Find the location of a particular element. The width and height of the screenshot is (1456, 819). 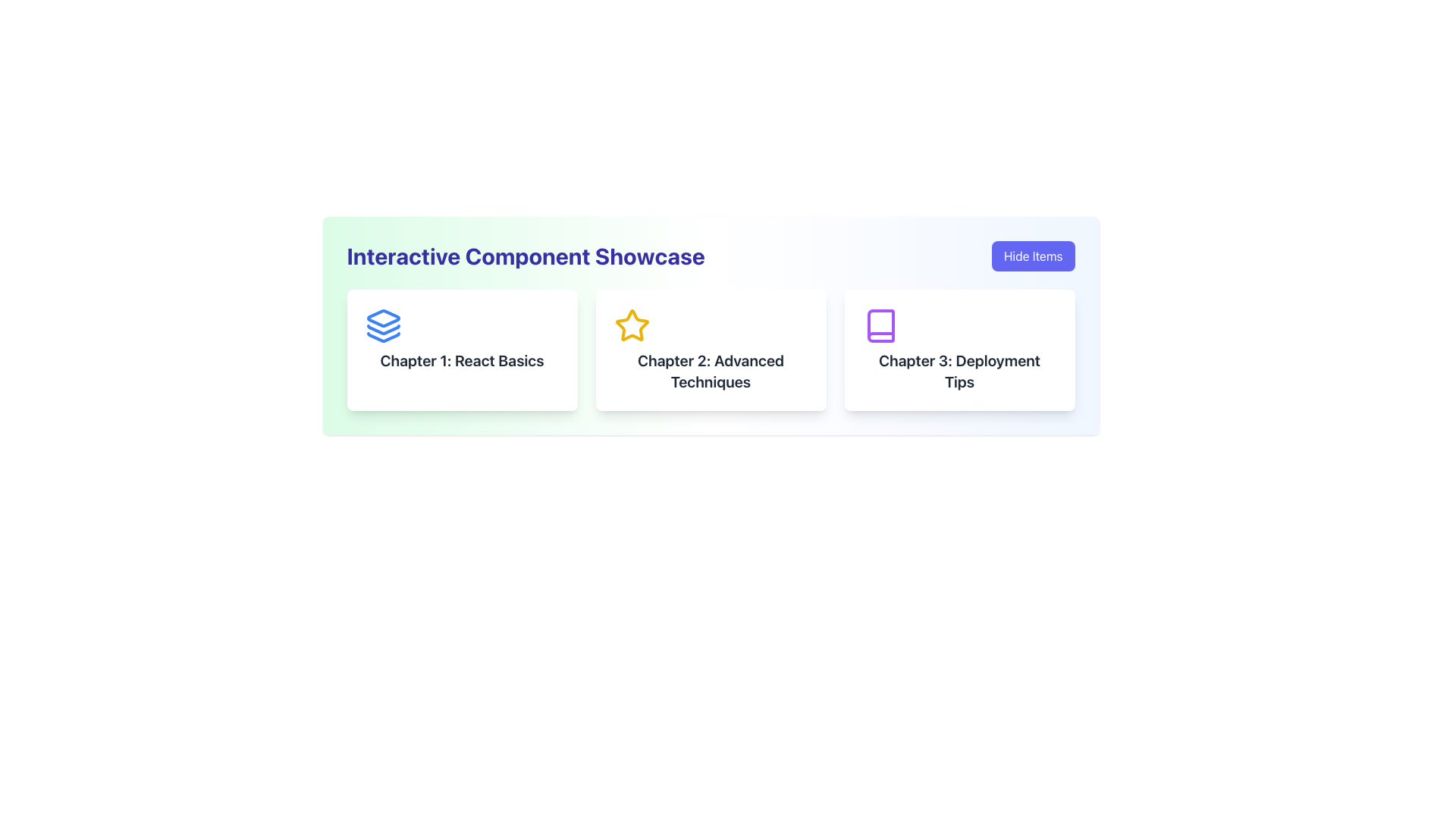

the icon resembling a book cover outlined in purple, located at the top-left corner of the third information card labeled 'Chapter 3: Deployment Tips' is located at coordinates (880, 325).